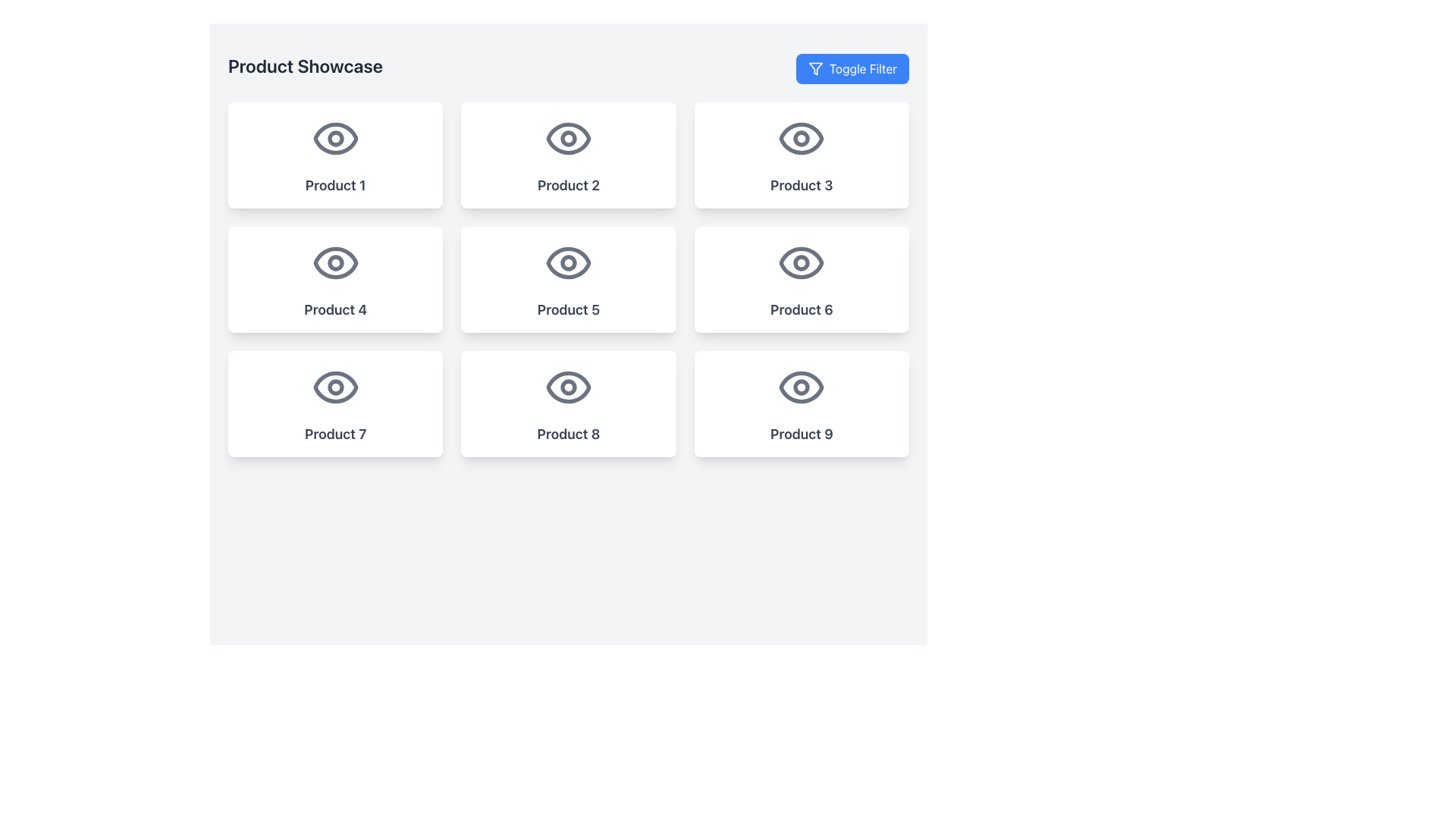 This screenshot has width=1456, height=819. What do you see at coordinates (801, 262) in the screenshot?
I see `the central circle of the 'eye' icon that represents 'Product 6' in the second row and third column of a 3x3 grid layout` at bounding box center [801, 262].